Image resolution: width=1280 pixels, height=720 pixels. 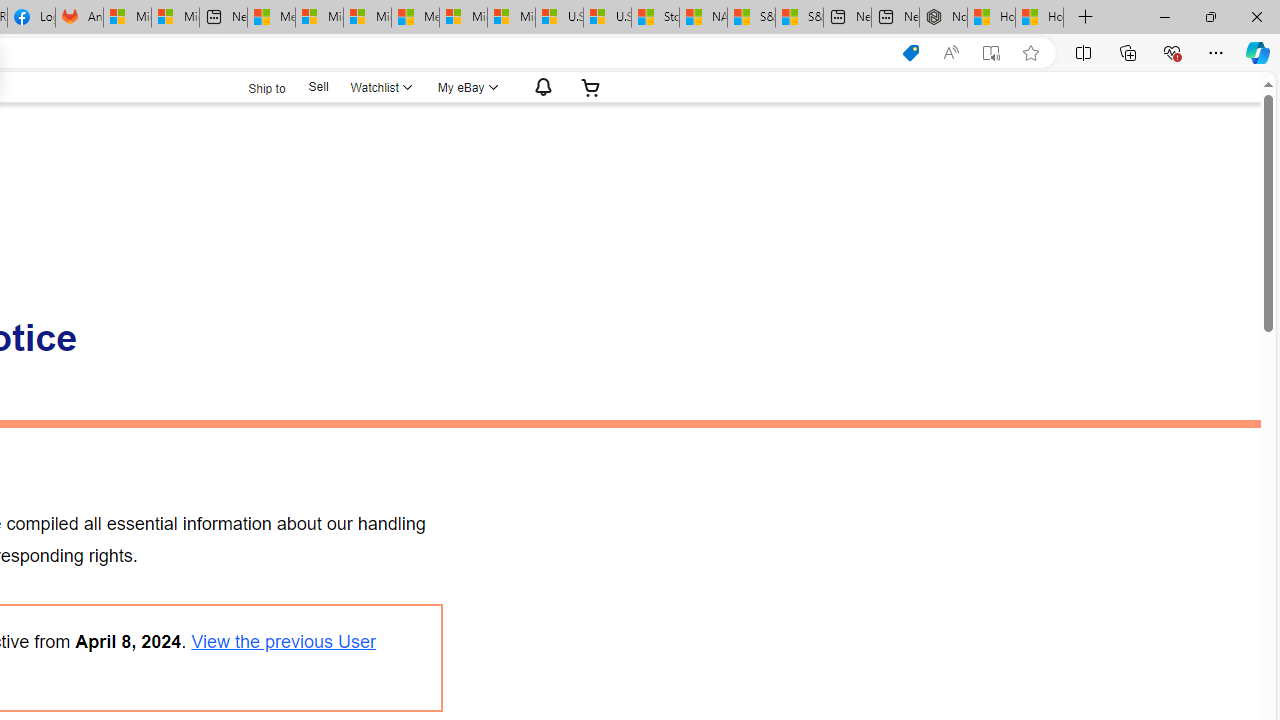 What do you see at coordinates (380, 86) in the screenshot?
I see `'WatchlistExpand Watch List'` at bounding box center [380, 86].